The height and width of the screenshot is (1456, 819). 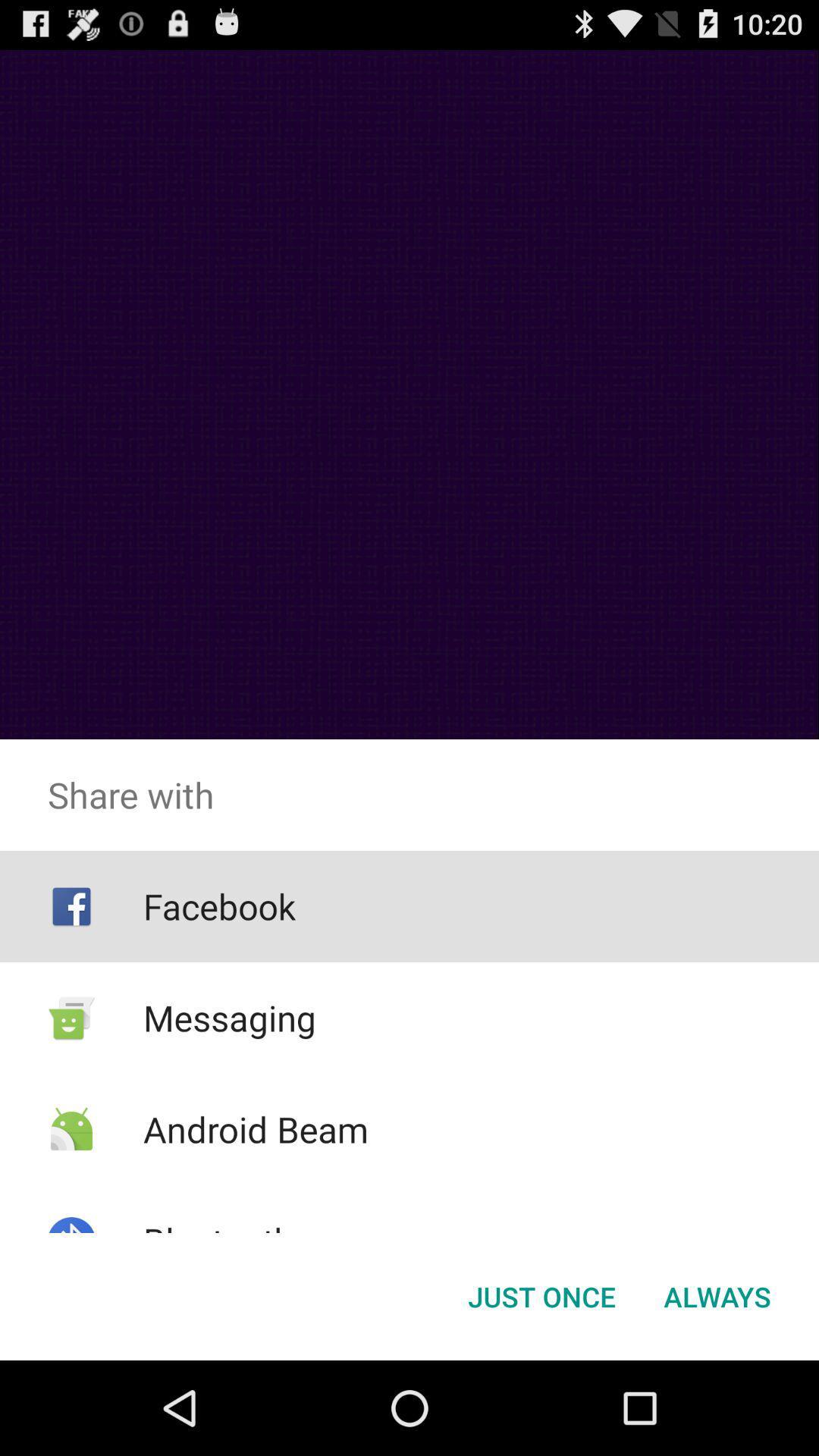 I want to click on the always button, so click(x=717, y=1295).